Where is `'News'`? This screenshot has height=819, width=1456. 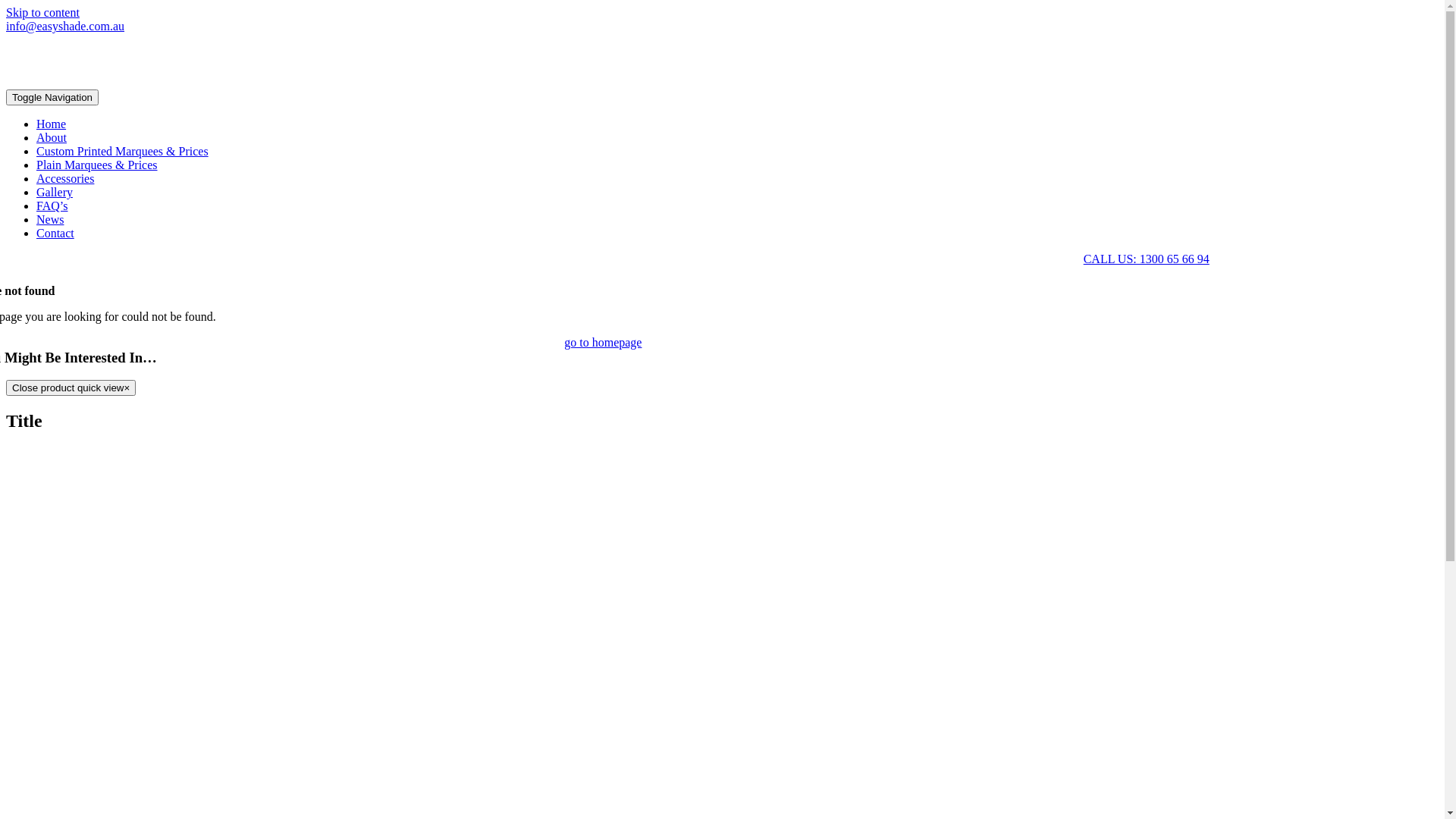
'News' is located at coordinates (50, 219).